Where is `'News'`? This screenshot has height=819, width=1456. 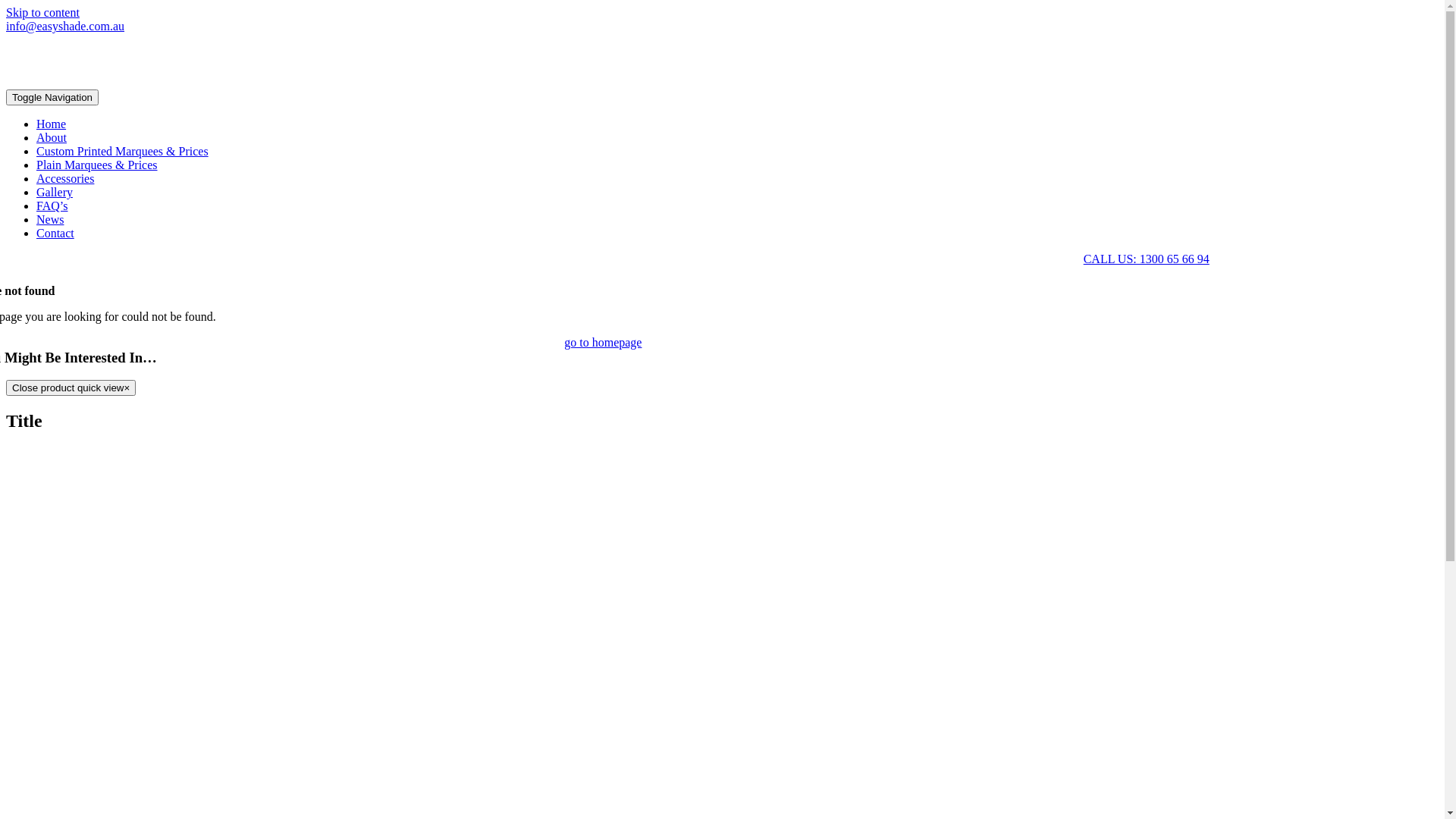
'News' is located at coordinates (50, 219).